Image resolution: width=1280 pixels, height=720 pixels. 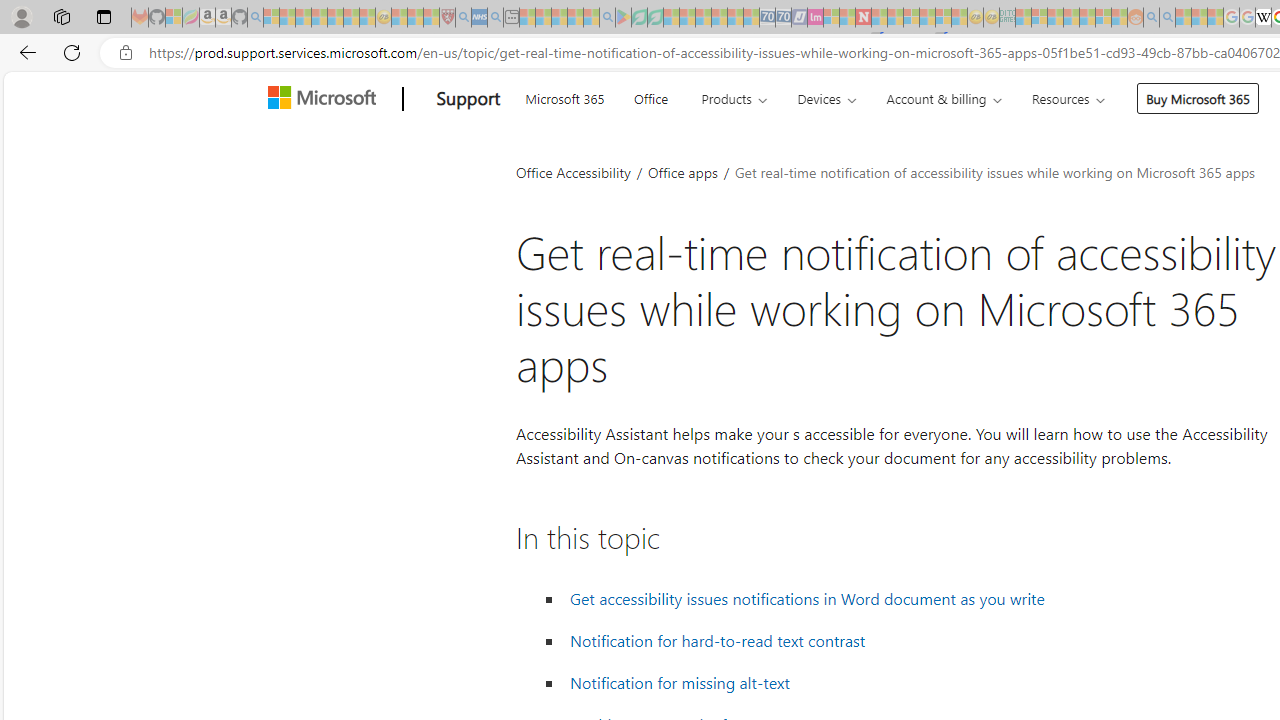 What do you see at coordinates (679, 681) in the screenshot?
I see `' Notification for missing alt-text'` at bounding box center [679, 681].